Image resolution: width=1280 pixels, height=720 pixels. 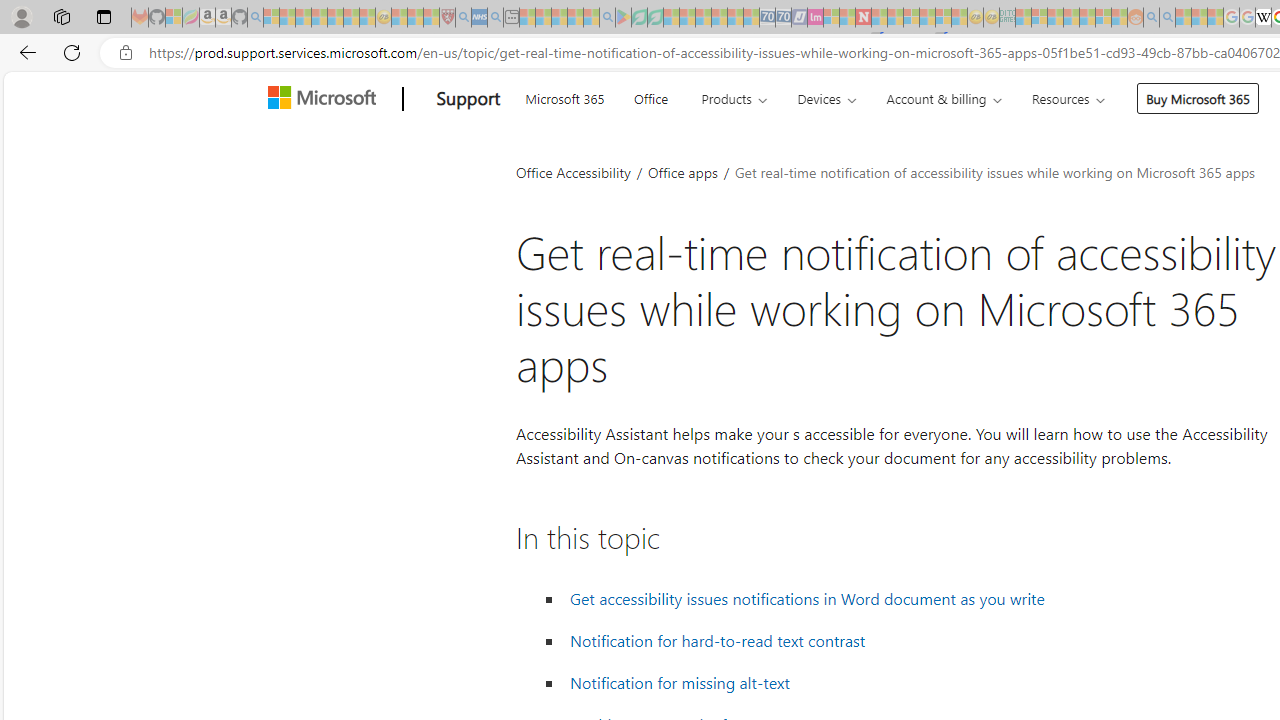 What do you see at coordinates (679, 681) in the screenshot?
I see `' Notification for missing alt-text'` at bounding box center [679, 681].